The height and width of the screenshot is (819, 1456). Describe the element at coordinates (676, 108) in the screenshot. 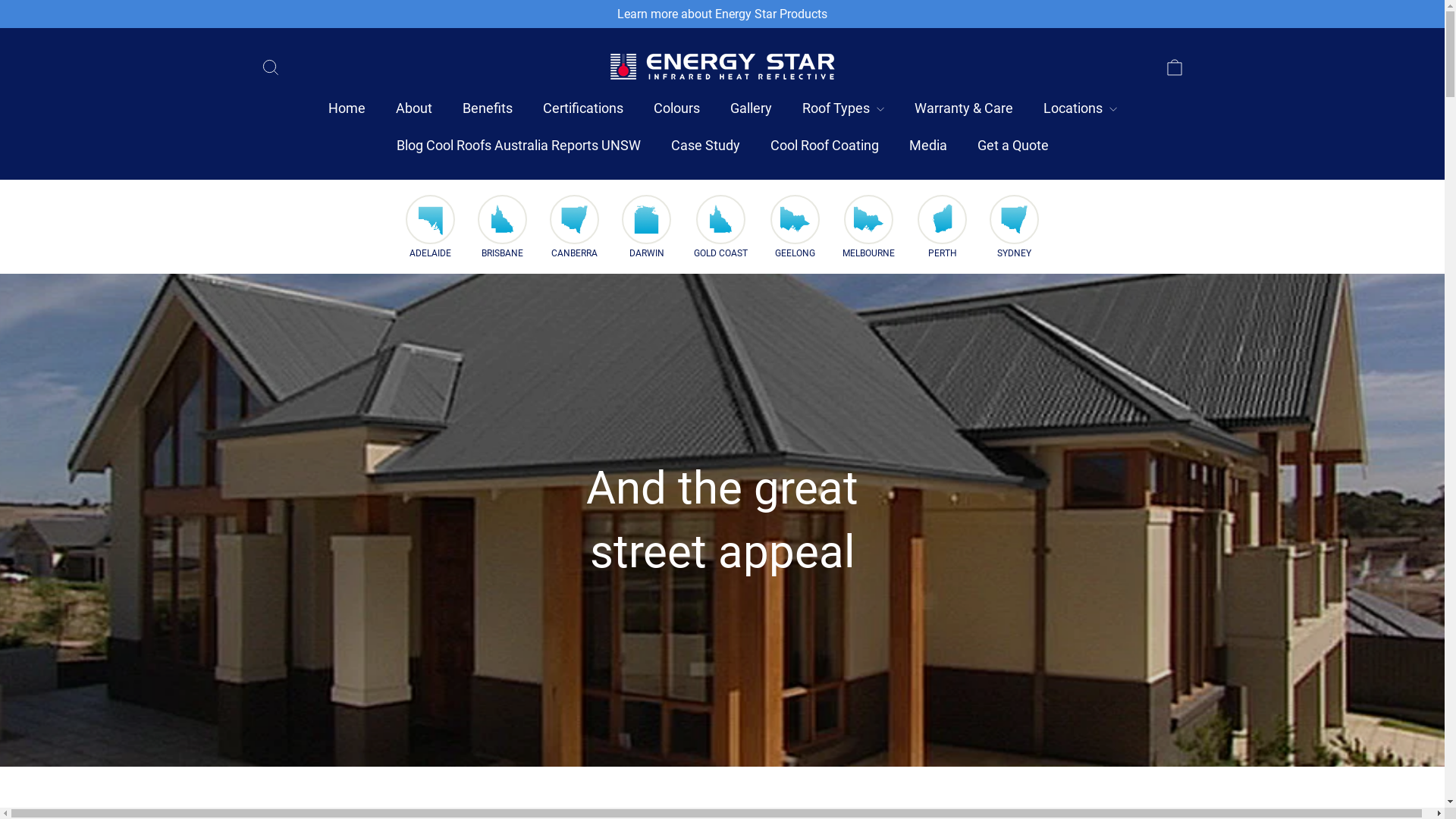

I see `'Colours'` at that location.